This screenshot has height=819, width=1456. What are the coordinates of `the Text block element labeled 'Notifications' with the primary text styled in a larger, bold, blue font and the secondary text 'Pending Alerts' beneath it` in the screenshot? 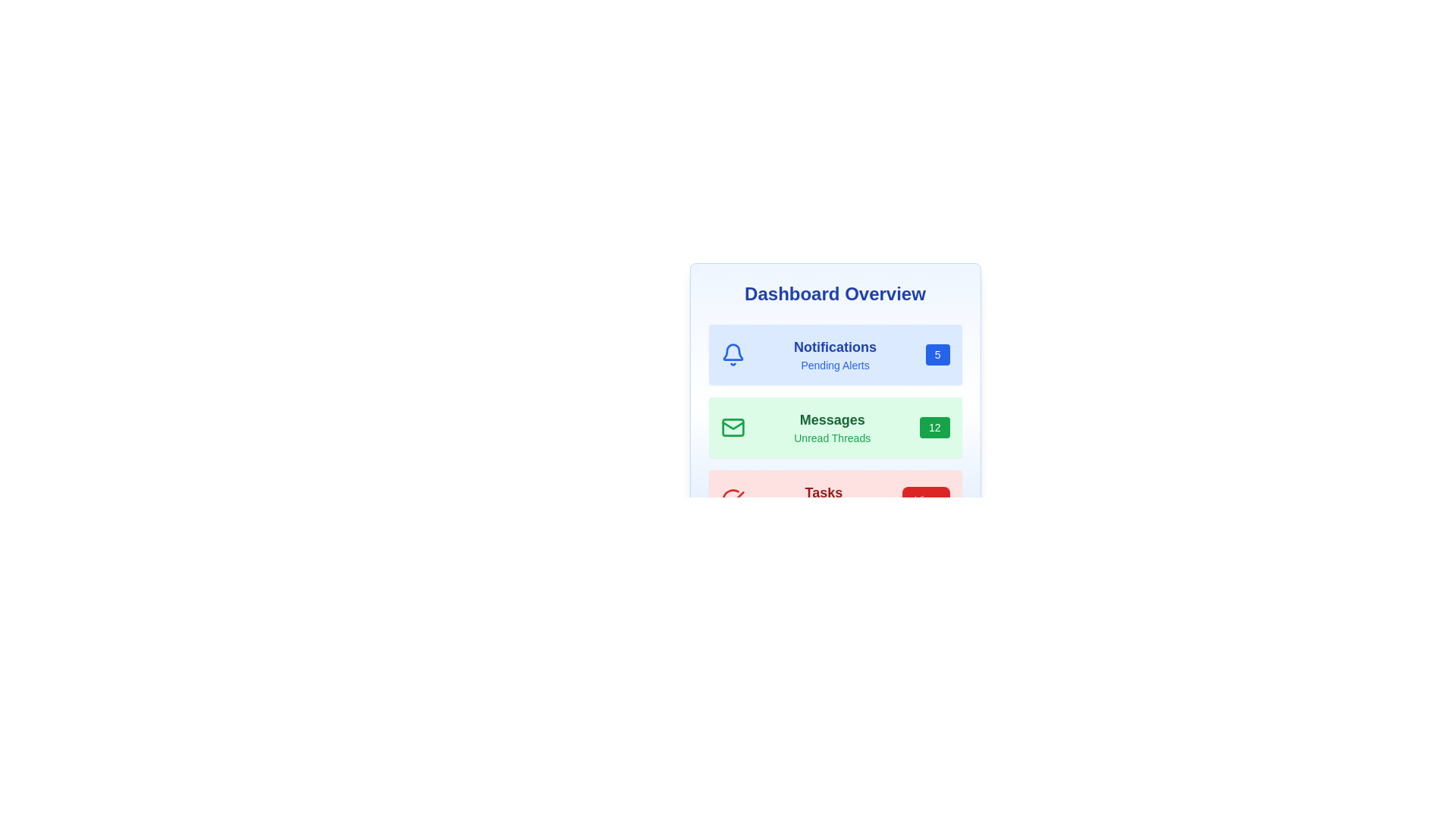 It's located at (834, 354).